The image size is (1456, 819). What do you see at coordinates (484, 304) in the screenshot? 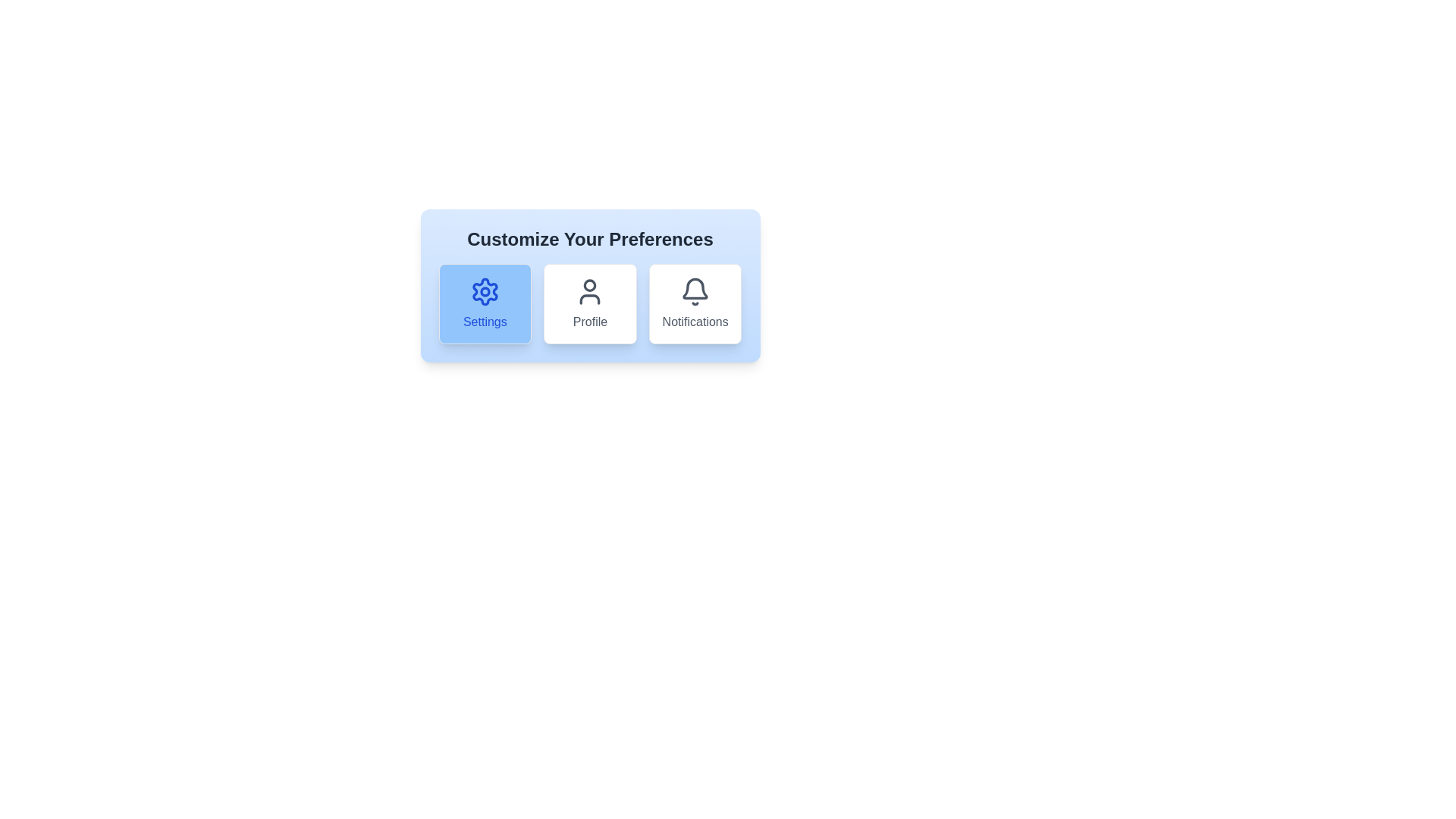
I see `the settings button, which is the first card on the left in a horizontal grid layout` at bounding box center [484, 304].